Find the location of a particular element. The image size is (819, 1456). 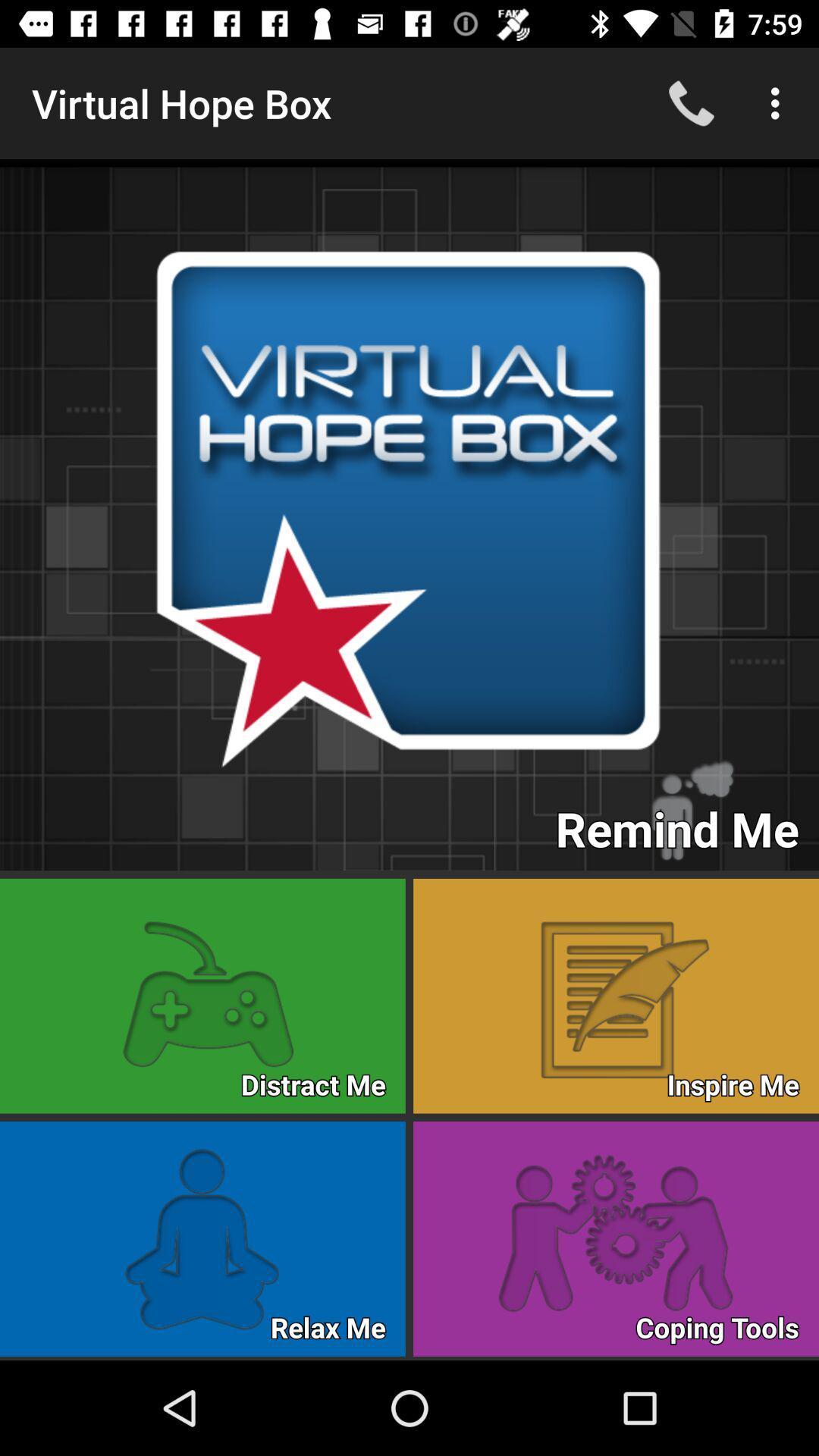

the phone icon at the top right of the web page is located at coordinates (691, 103).